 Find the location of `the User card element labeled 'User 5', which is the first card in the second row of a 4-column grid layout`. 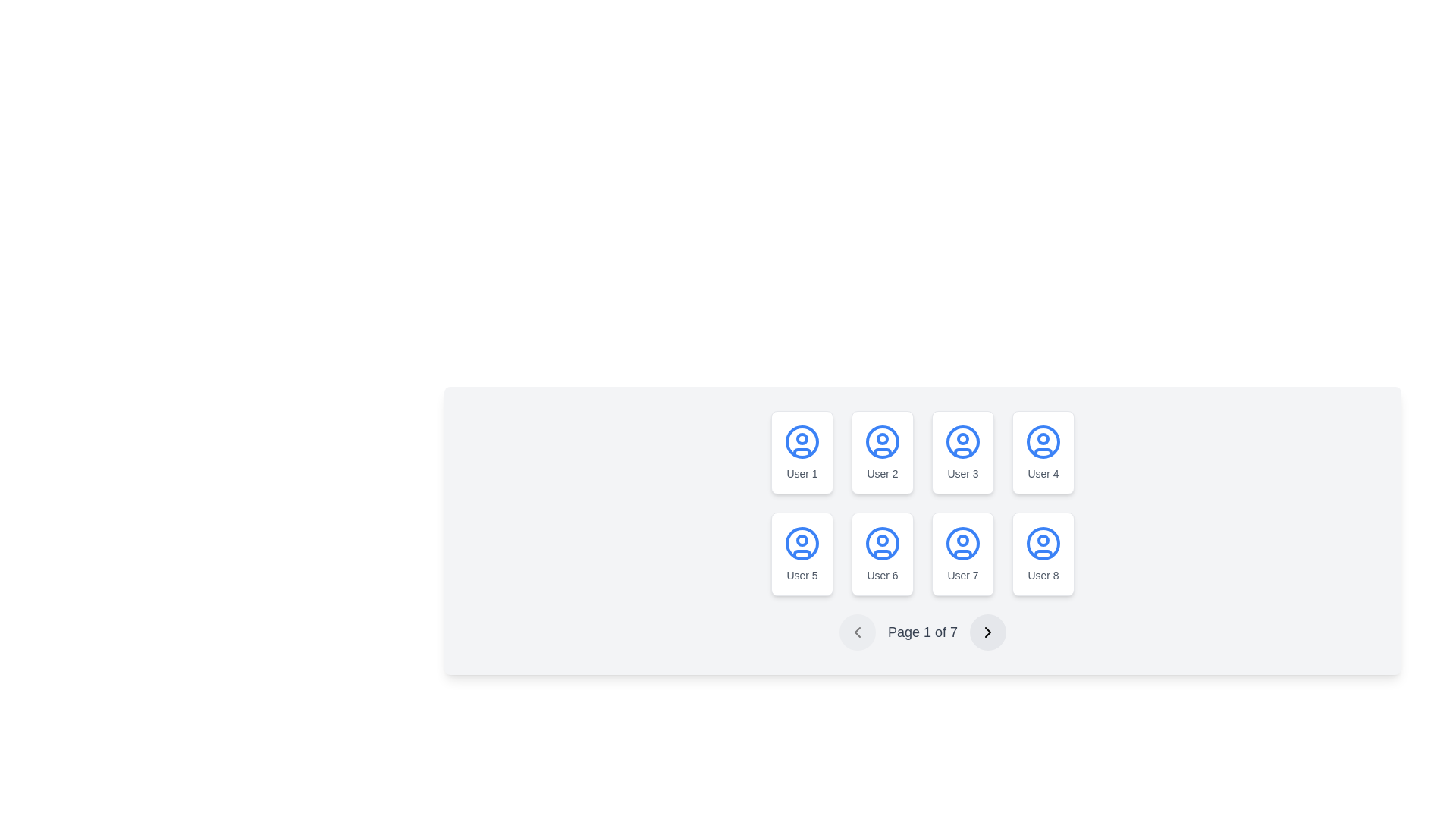

the User card element labeled 'User 5', which is the first card in the second row of a 4-column grid layout is located at coordinates (801, 554).